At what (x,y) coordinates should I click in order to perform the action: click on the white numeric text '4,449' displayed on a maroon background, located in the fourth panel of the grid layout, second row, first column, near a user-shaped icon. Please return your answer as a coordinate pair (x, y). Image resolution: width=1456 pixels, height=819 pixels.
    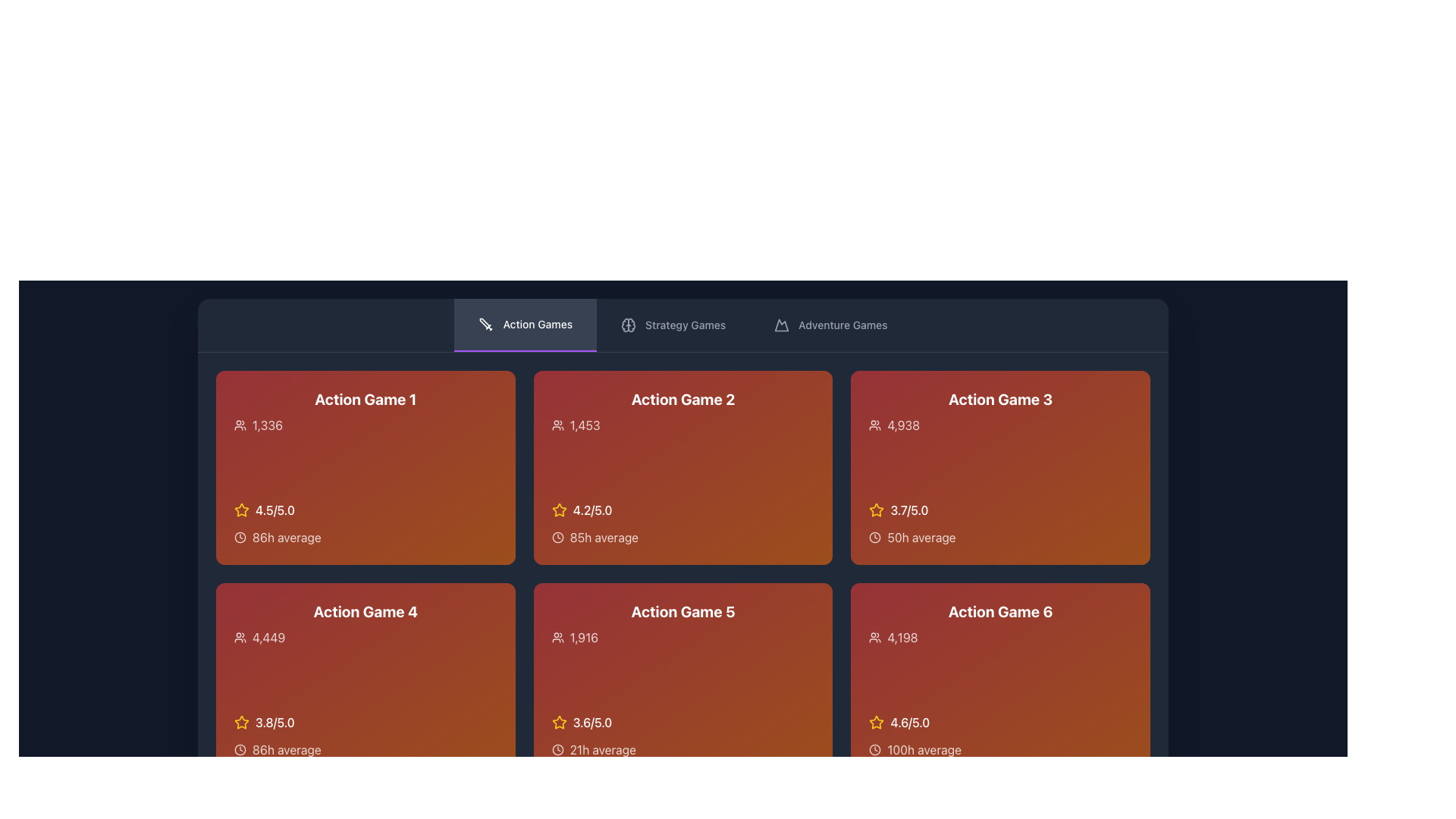
    Looking at the image, I should click on (268, 637).